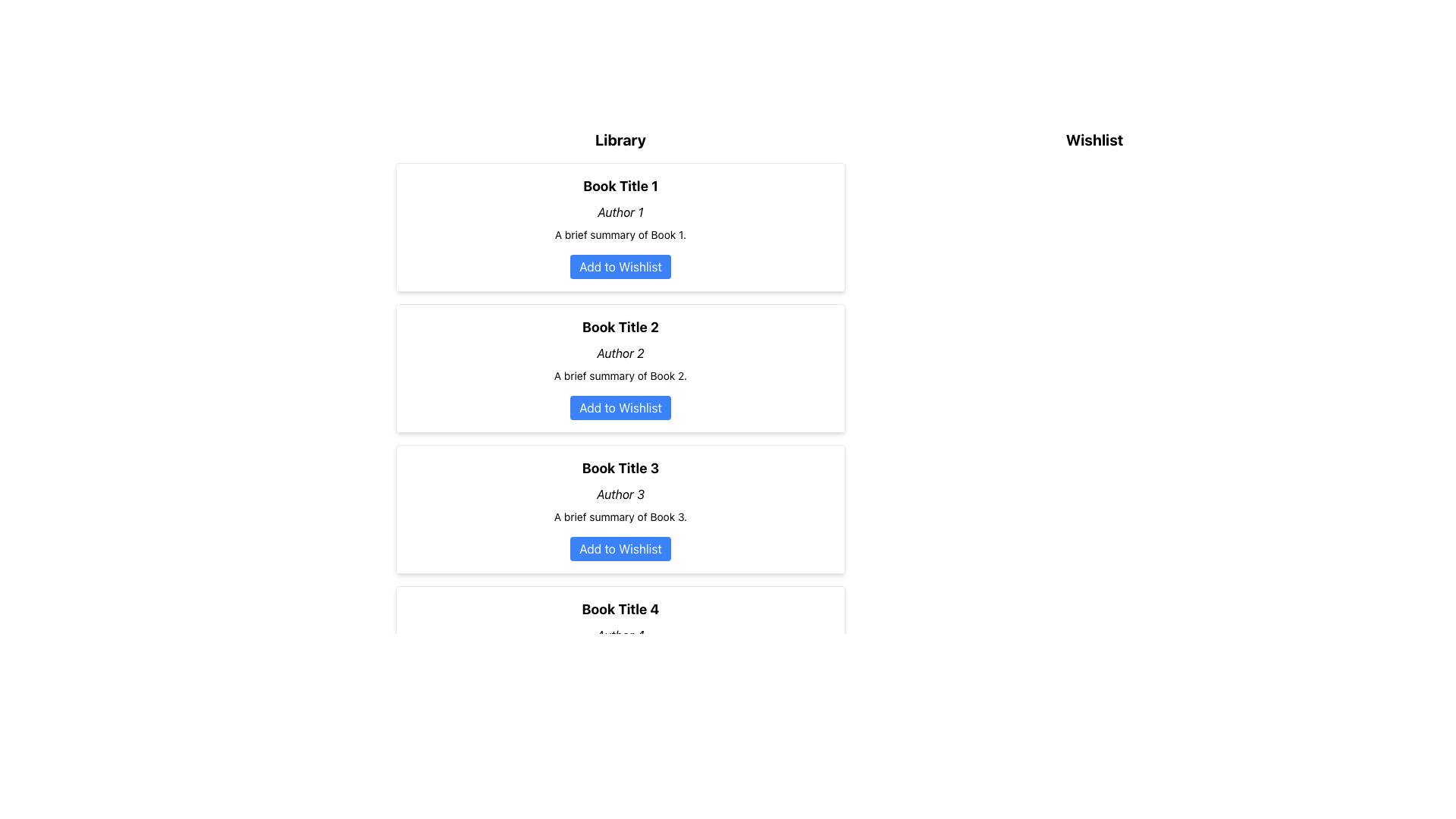  I want to click on the text label displaying 'Author 2', which is styled in italic and positioned below 'Book Title 2', so click(620, 353).